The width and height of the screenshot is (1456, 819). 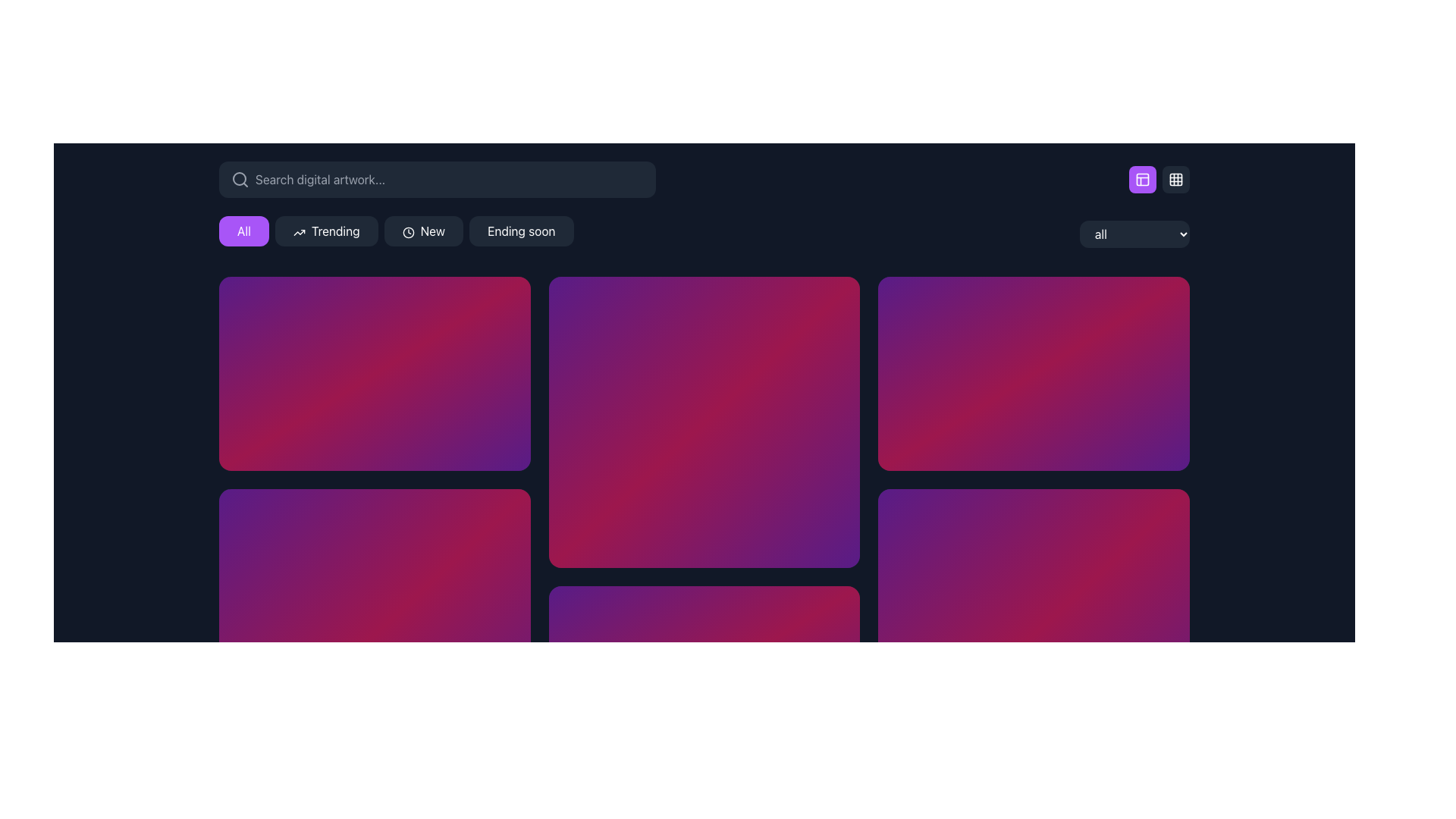 I want to click on the central square of the 3x3 grid icon located in the top-right corner of the interface, so click(x=1175, y=178).